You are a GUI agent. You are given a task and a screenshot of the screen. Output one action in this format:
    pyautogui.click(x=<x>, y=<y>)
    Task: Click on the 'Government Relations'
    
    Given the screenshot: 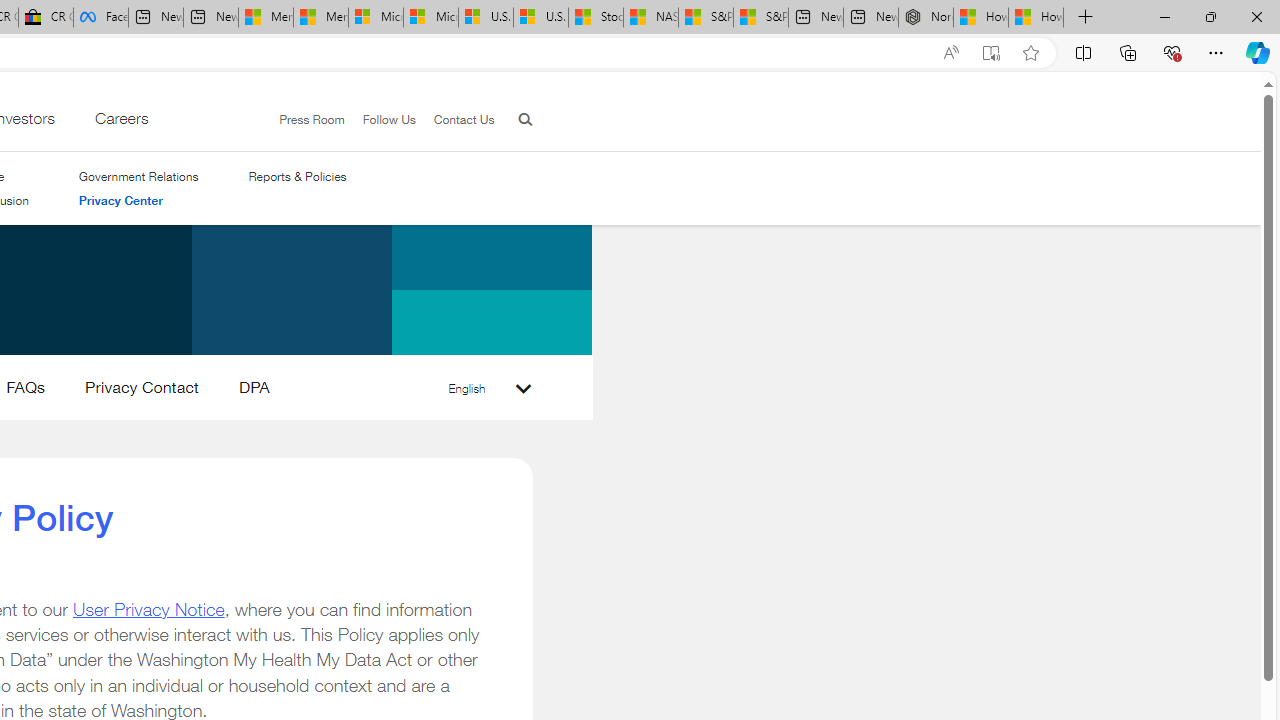 What is the action you would take?
    pyautogui.click(x=137, y=175)
    